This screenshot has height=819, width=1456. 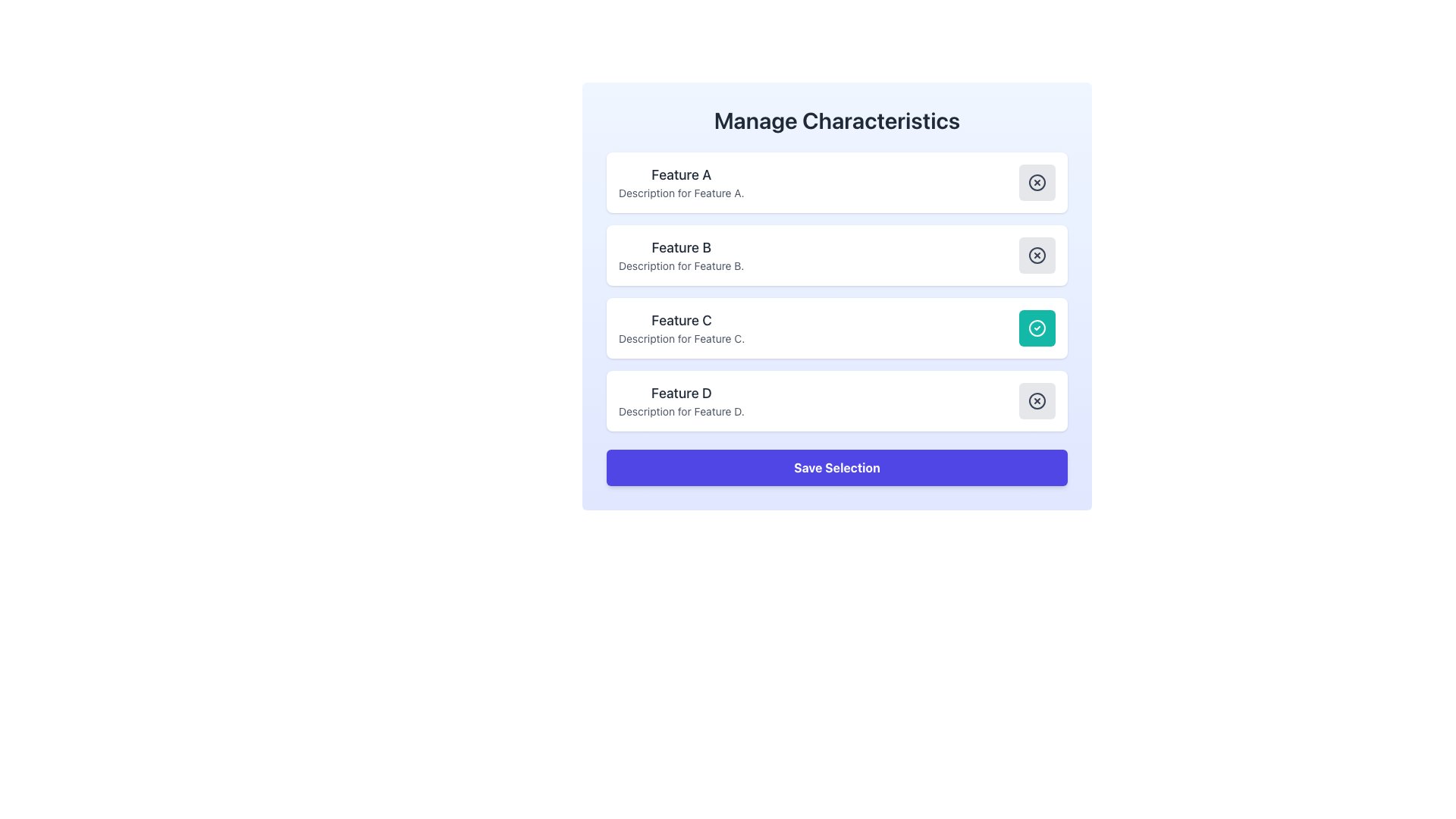 I want to click on the circular gray button with a dark 'X' icon located on the far-right of the Feature B row to observe potential visual feedback, so click(x=1037, y=254).